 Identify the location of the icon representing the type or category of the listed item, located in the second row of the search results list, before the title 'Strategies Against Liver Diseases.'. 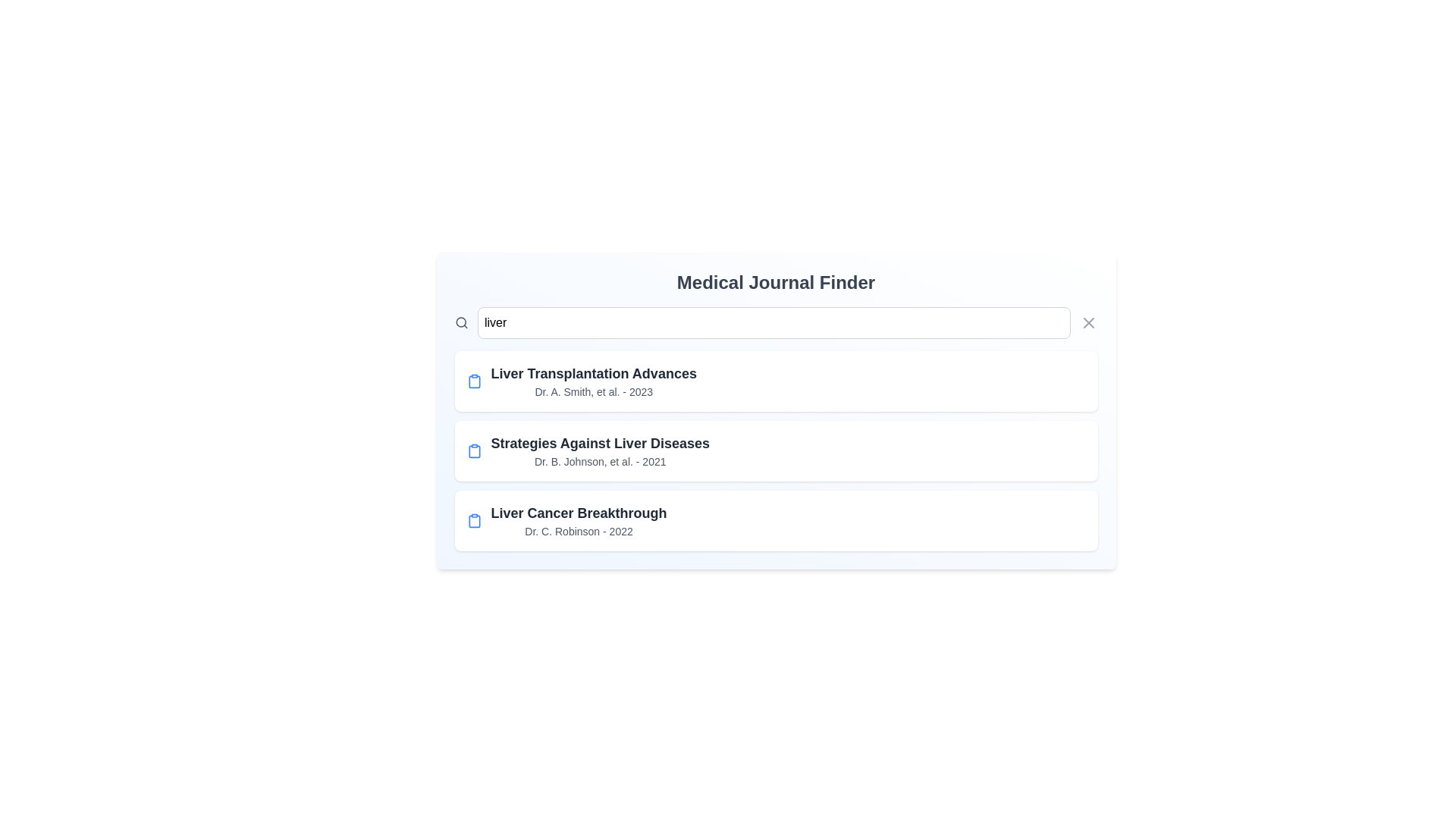
(473, 450).